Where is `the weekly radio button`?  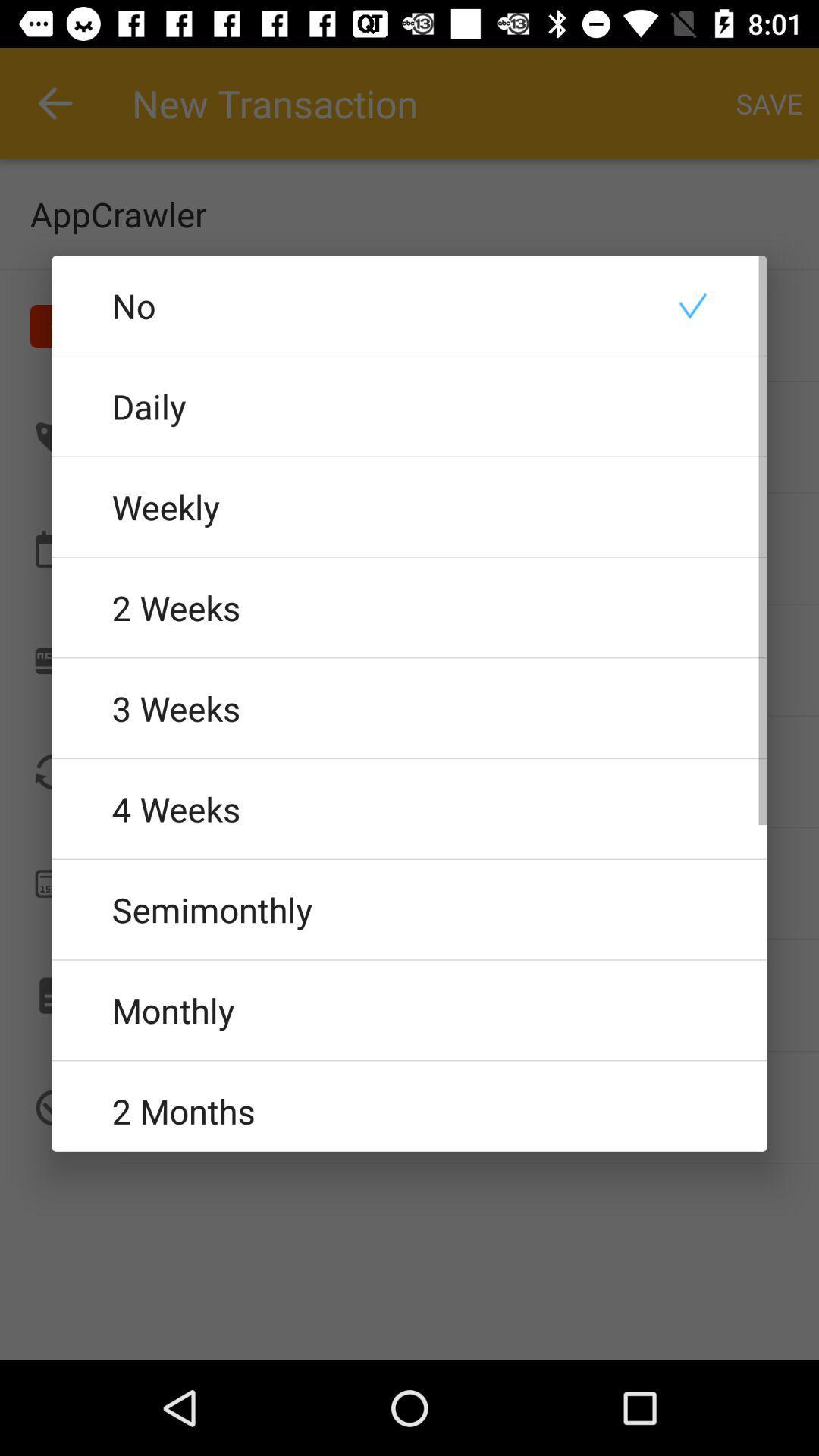
the weekly radio button is located at coordinates (409, 507).